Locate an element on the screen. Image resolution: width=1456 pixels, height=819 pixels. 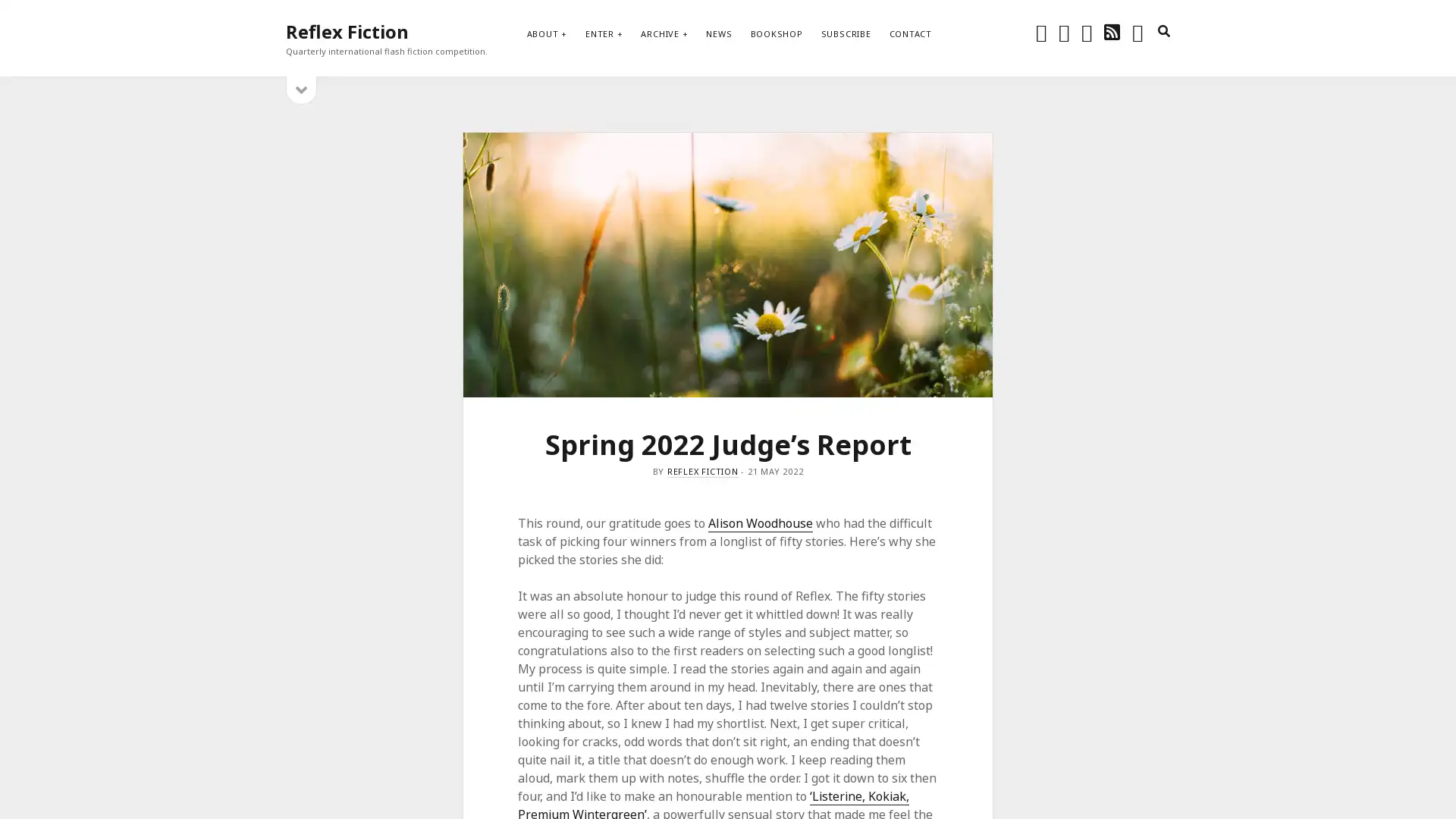
search is located at coordinates (1163, 32).